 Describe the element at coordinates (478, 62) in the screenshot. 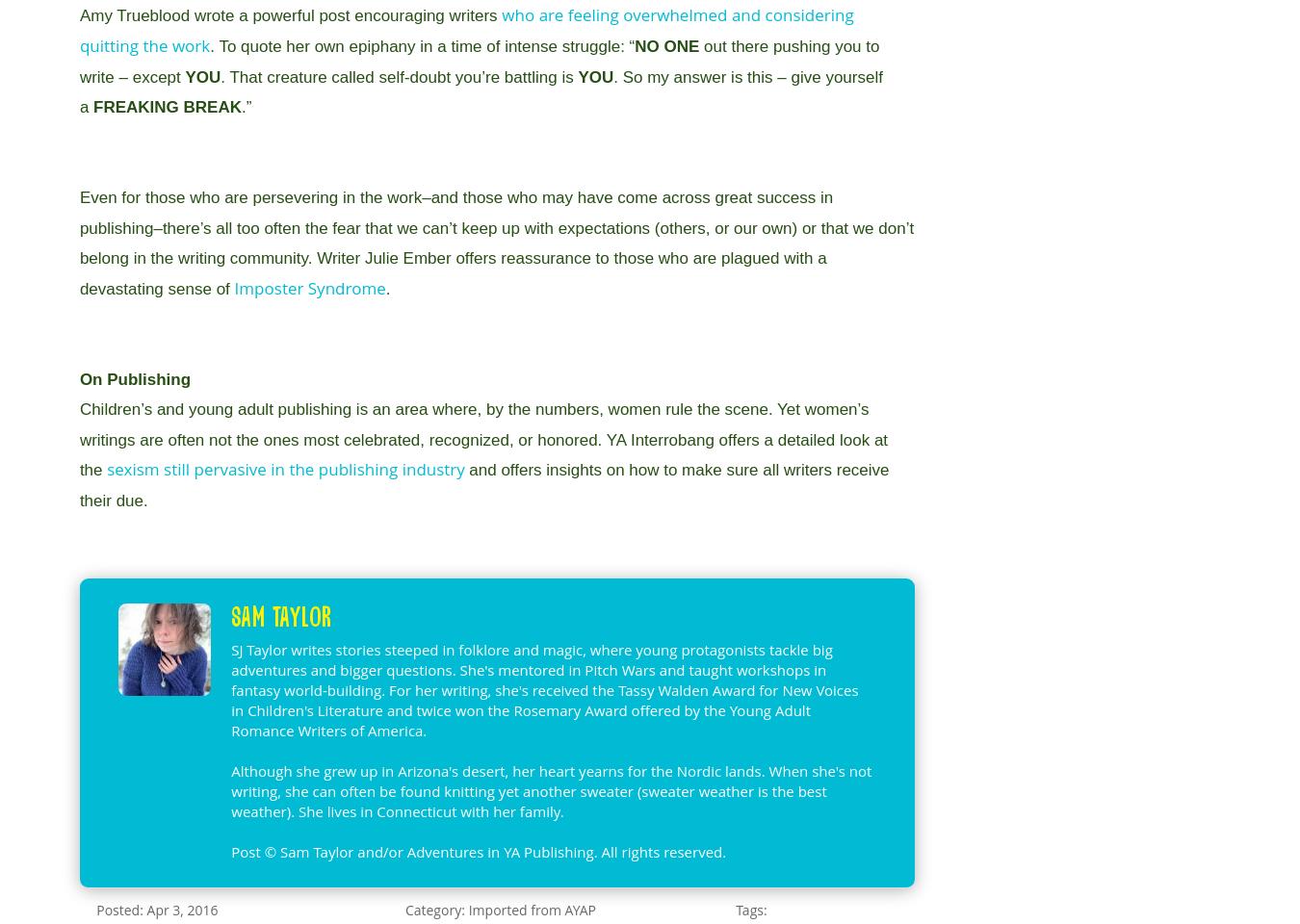

I see `'out there pushing you to write'` at that location.